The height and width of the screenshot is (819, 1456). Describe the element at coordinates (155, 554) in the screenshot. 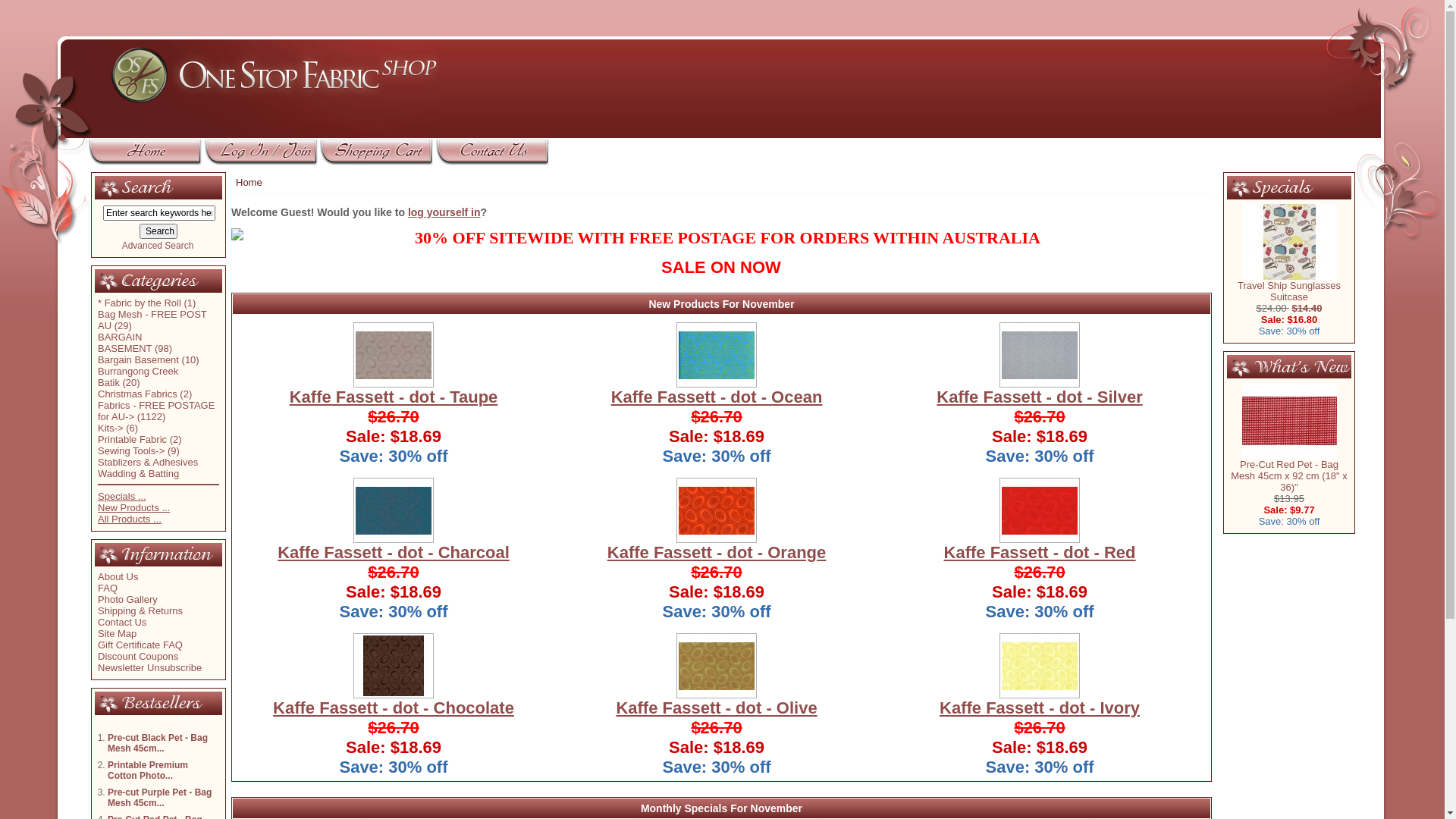

I see `' Information '` at that location.